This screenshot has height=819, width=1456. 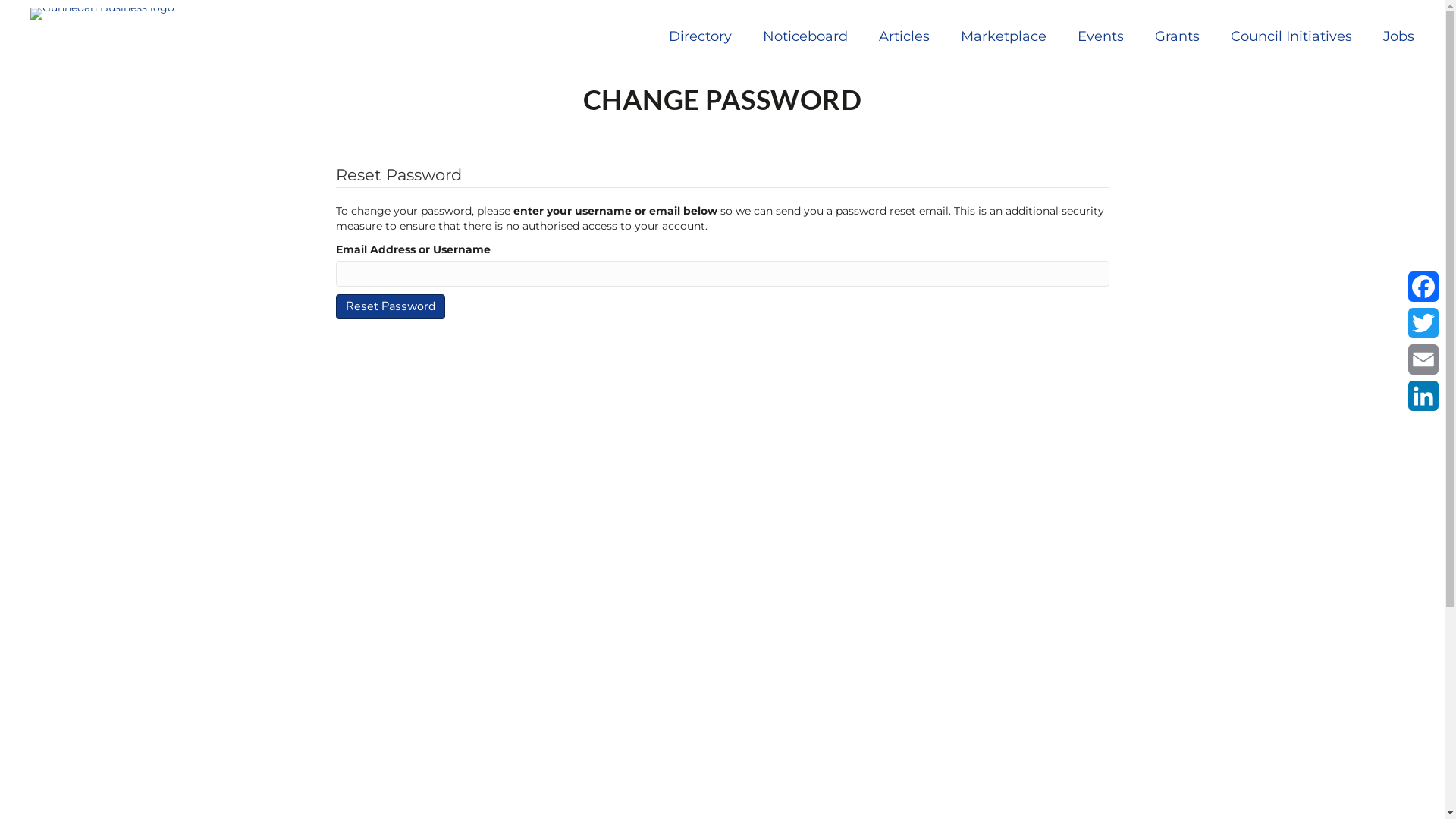 What do you see at coordinates (101, 14) in the screenshot?
I see `'Gunnedah Business'` at bounding box center [101, 14].